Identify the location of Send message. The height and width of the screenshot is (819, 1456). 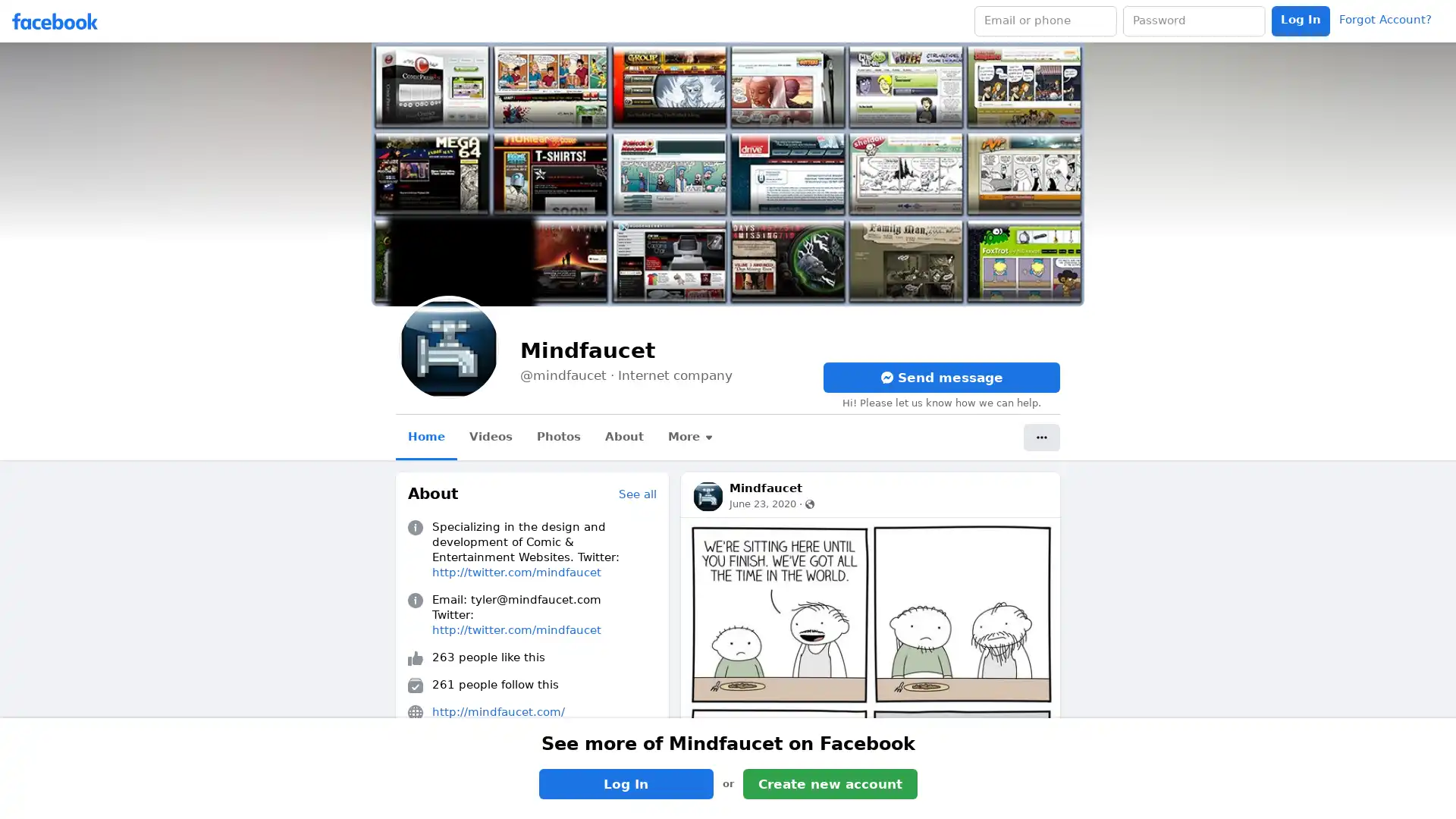
(941, 376).